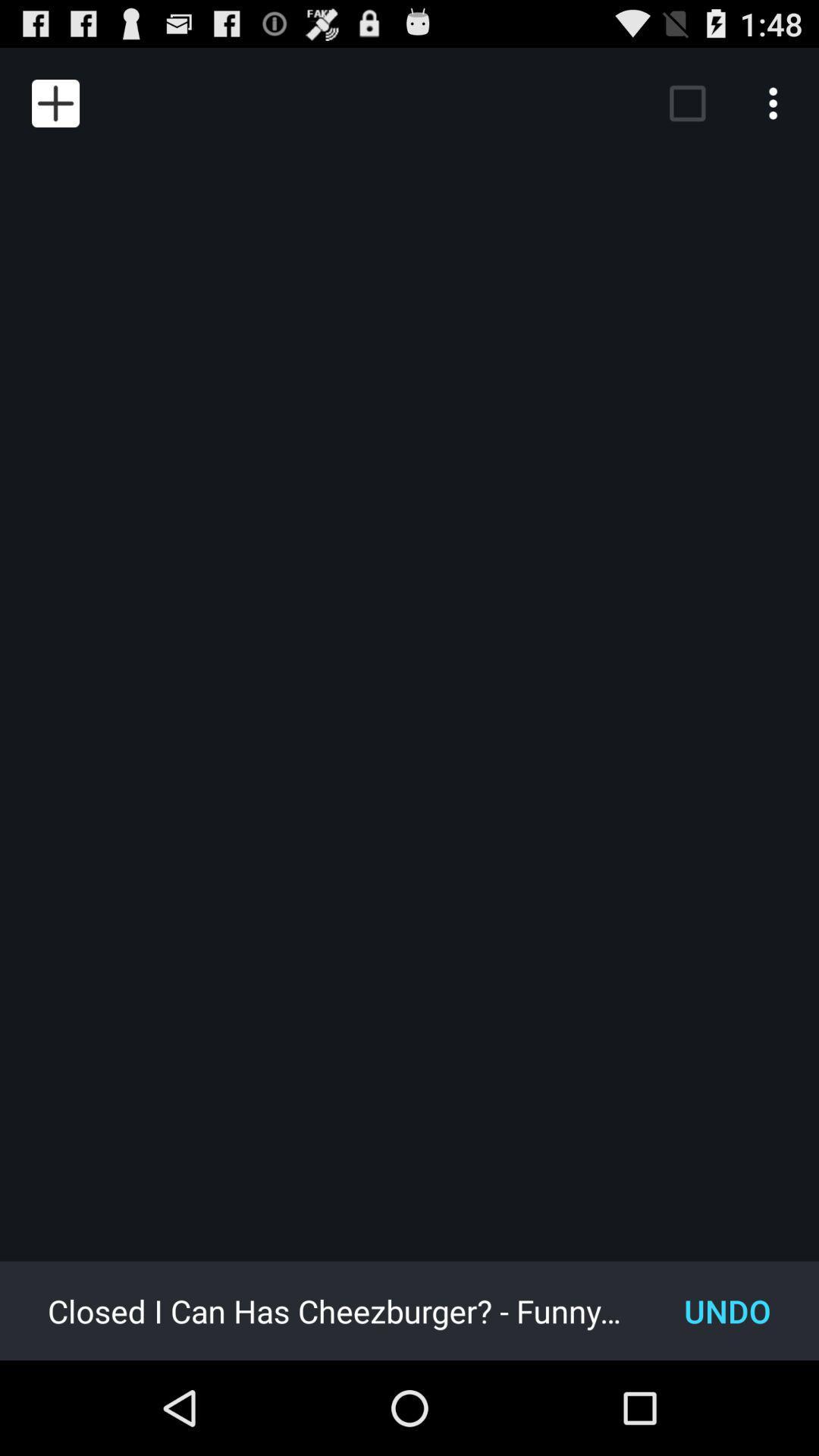  I want to click on item at the top left corner, so click(55, 102).